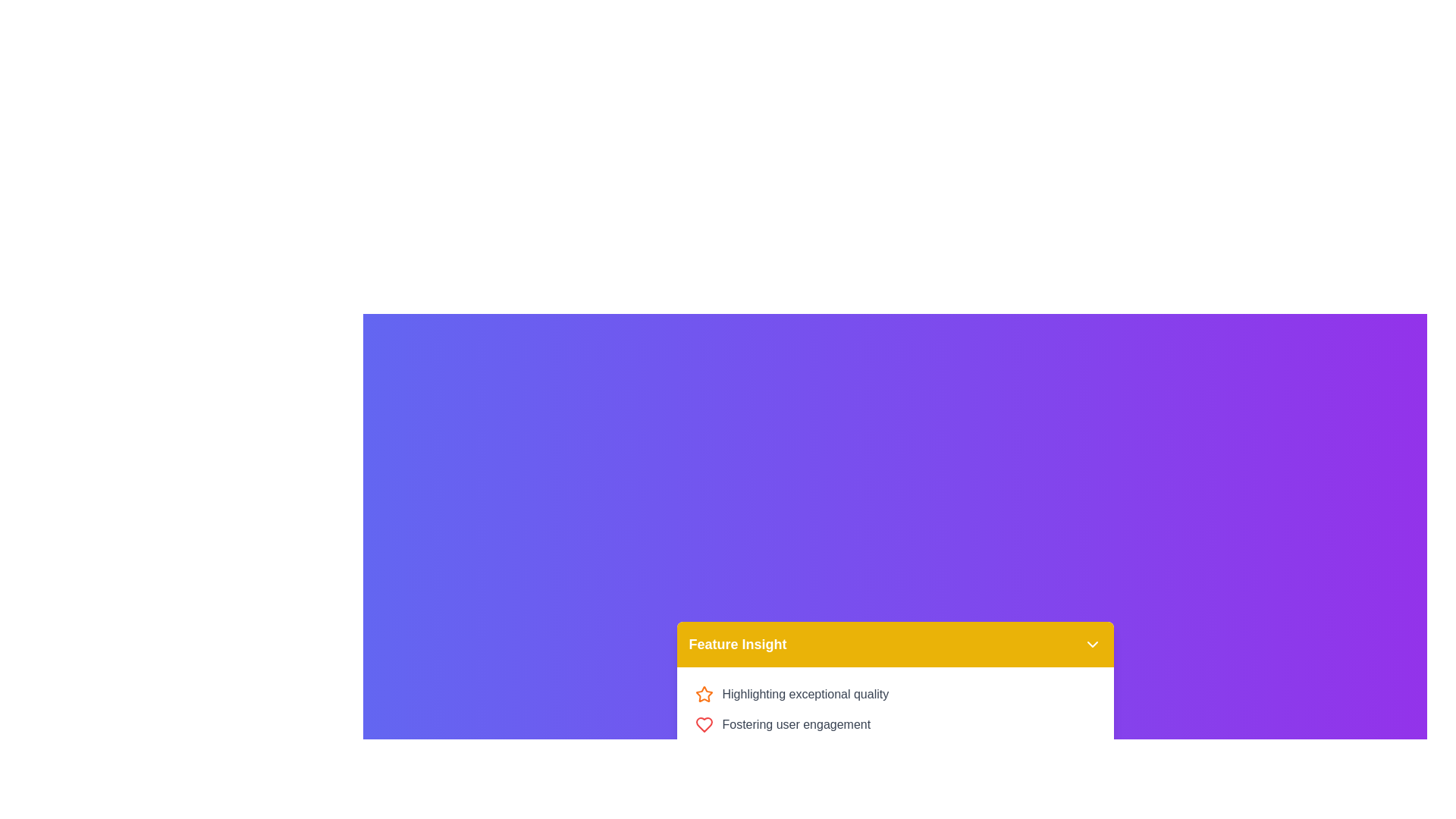 This screenshot has width=1456, height=819. I want to click on the descriptive text label located at the bottom-center of the interface, which follows the orange star icon, so click(805, 694).